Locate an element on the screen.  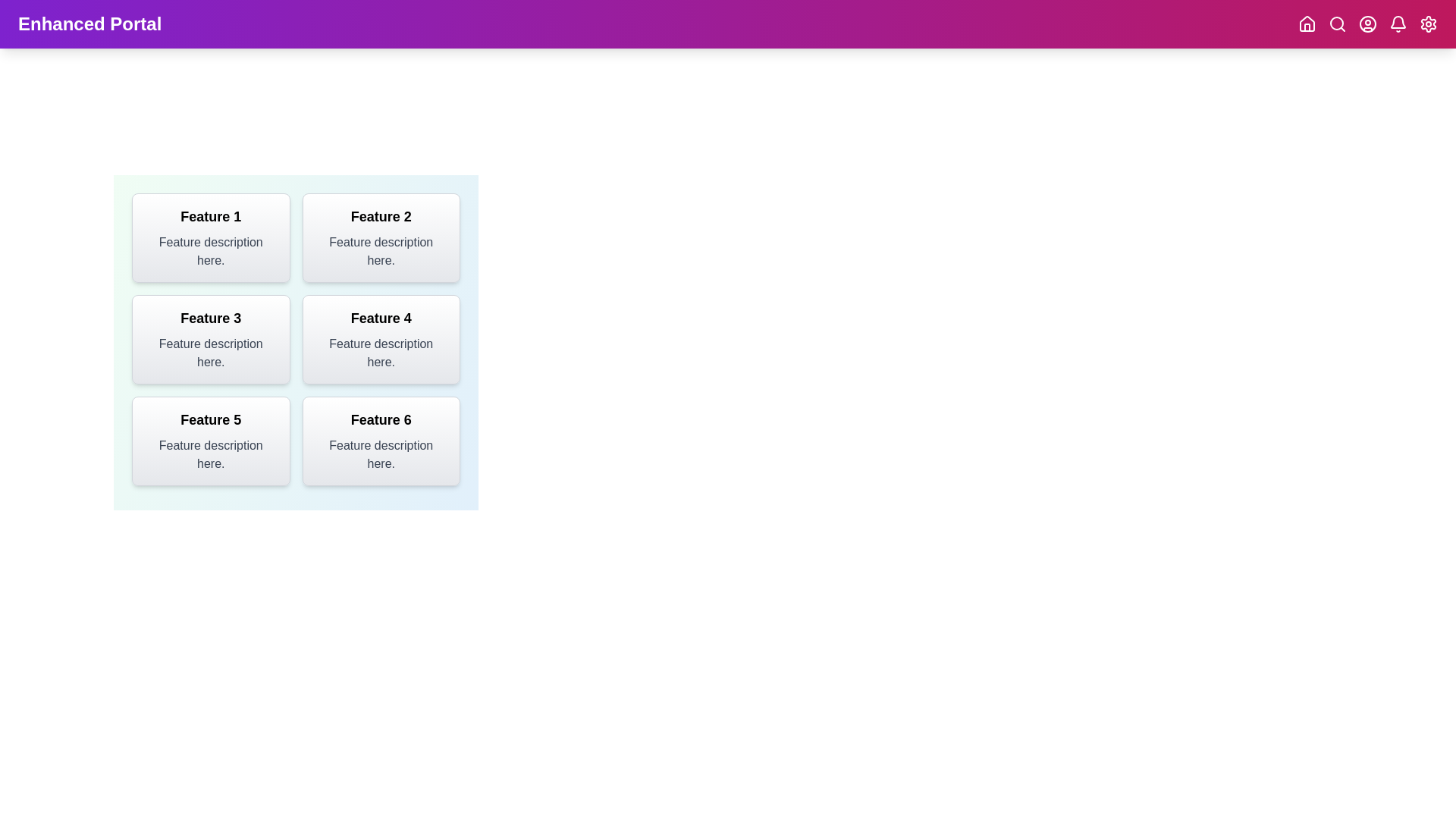
the Notifications navigation icon is located at coordinates (1397, 24).